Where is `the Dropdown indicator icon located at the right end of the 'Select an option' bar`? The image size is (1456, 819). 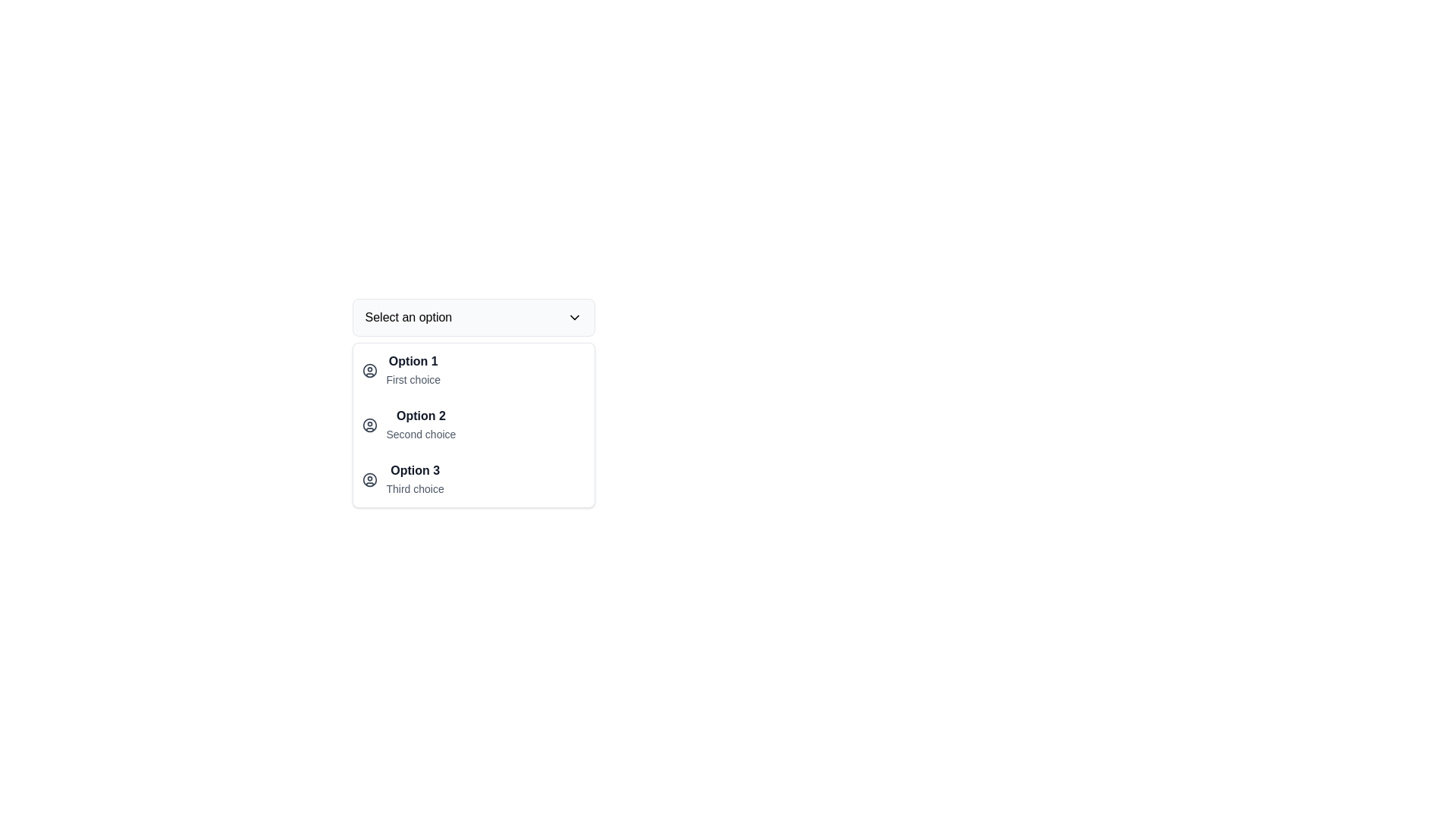
the Dropdown indicator icon located at the right end of the 'Select an option' bar is located at coordinates (573, 317).